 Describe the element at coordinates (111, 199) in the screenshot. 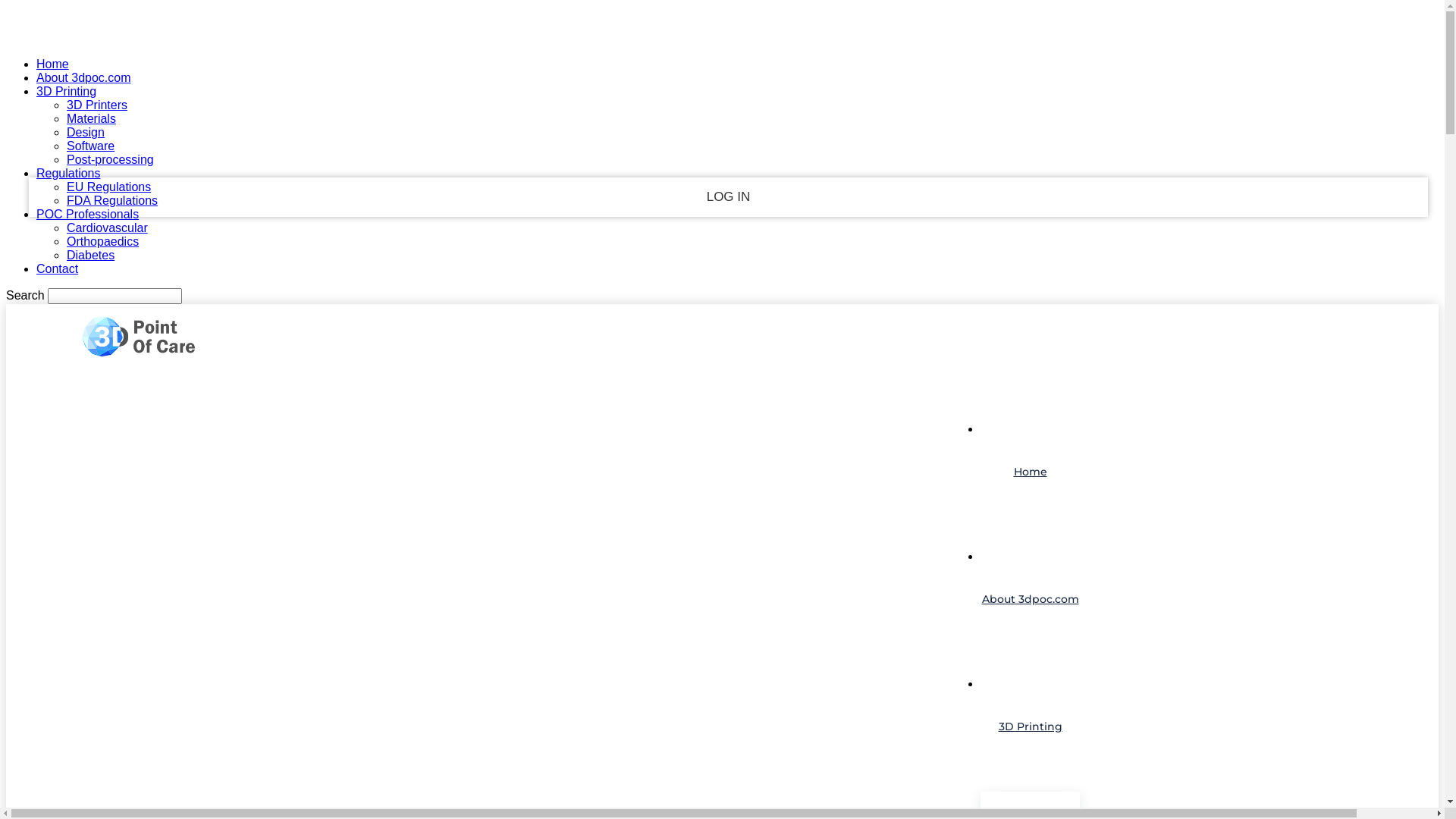

I see `'FDA Regulations'` at that location.